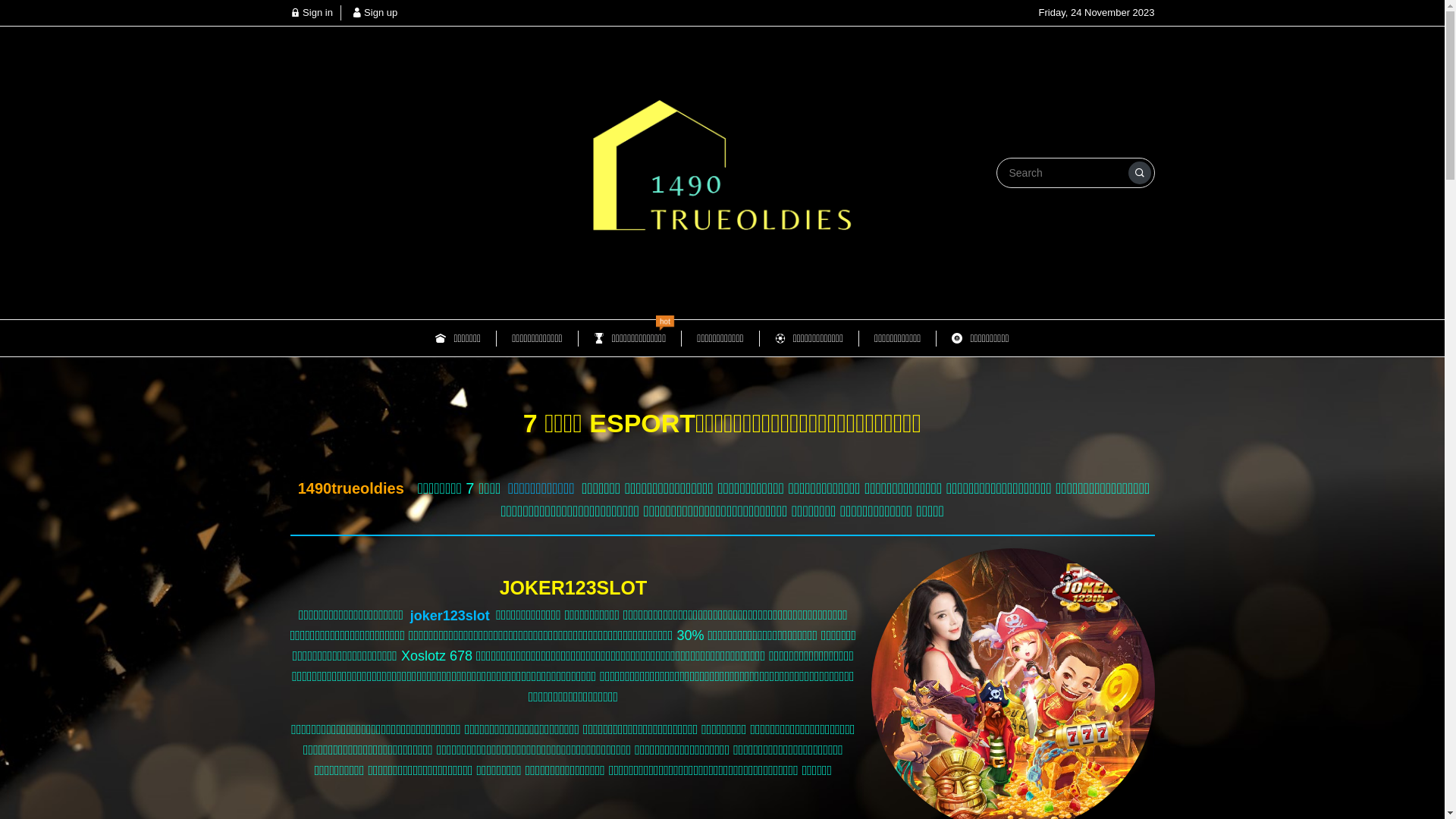  What do you see at coordinates (449, 615) in the screenshot?
I see `'joker123slot'` at bounding box center [449, 615].